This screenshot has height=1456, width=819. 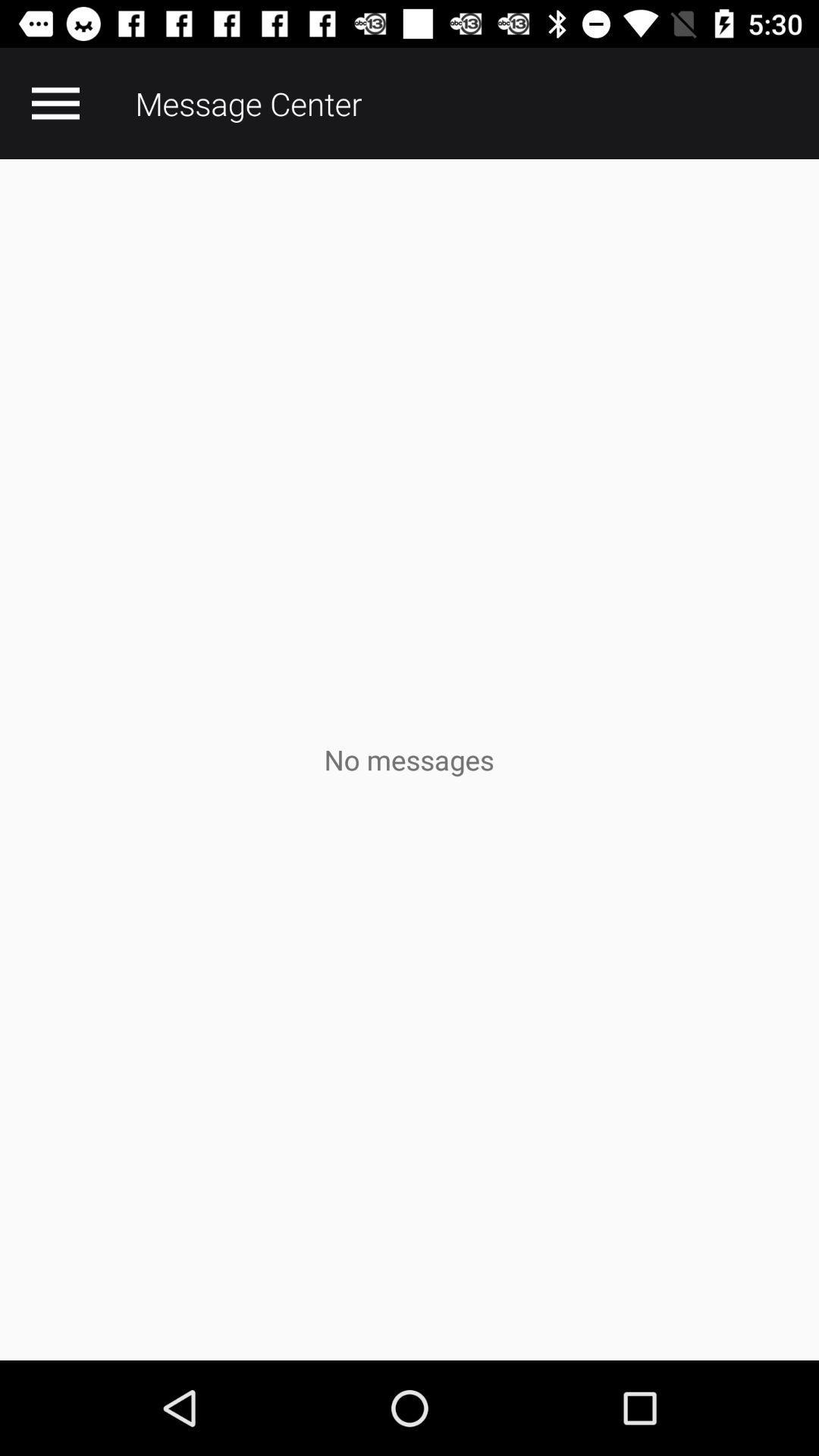 What do you see at coordinates (55, 102) in the screenshot?
I see `the menu icon` at bounding box center [55, 102].